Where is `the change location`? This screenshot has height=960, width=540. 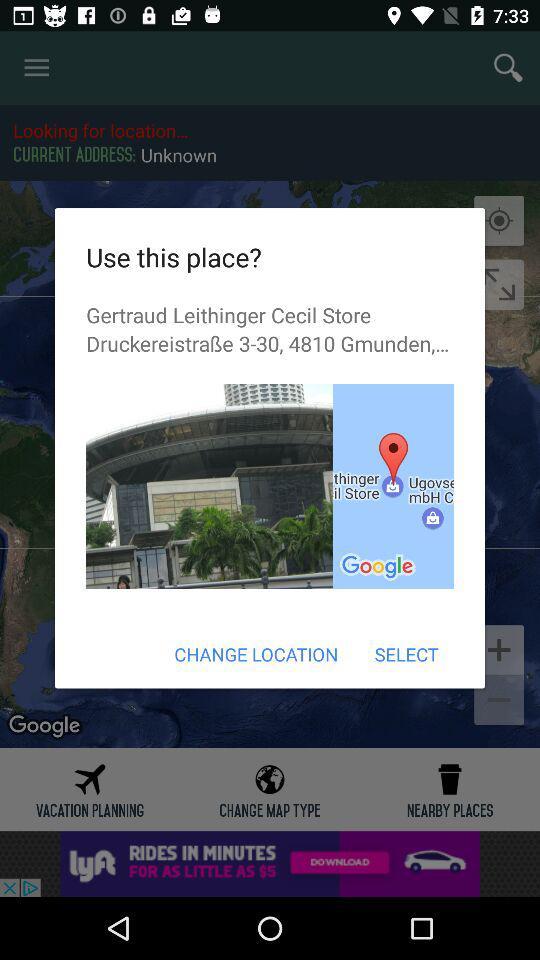 the change location is located at coordinates (256, 653).